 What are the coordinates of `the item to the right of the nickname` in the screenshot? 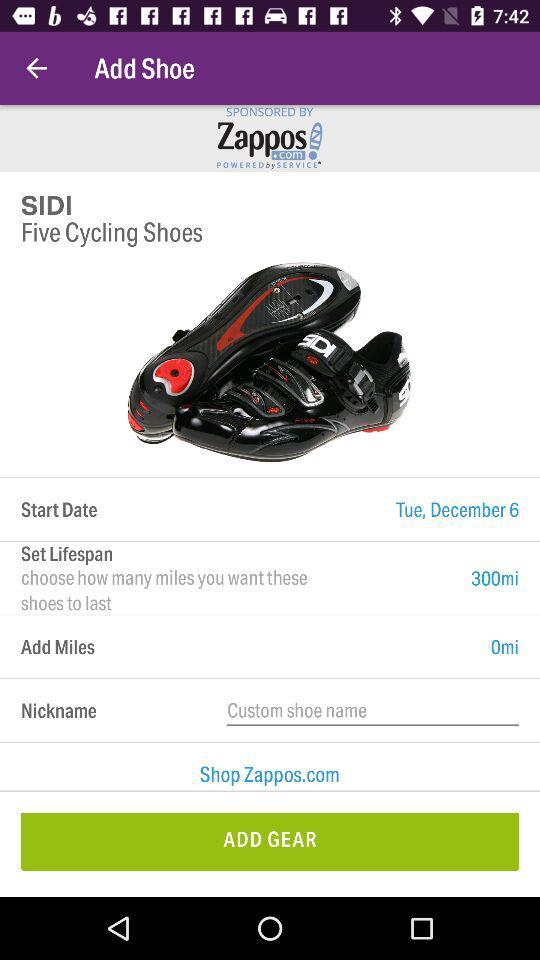 It's located at (373, 710).